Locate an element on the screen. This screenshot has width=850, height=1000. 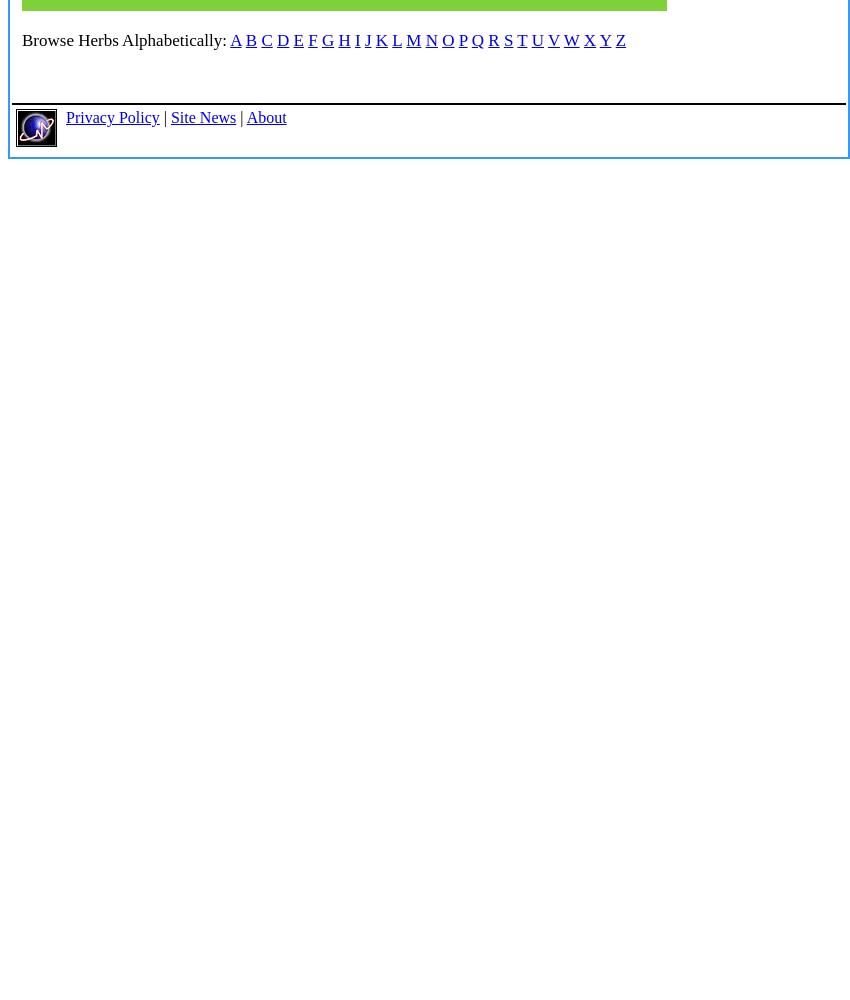
'M' is located at coordinates (413, 40).